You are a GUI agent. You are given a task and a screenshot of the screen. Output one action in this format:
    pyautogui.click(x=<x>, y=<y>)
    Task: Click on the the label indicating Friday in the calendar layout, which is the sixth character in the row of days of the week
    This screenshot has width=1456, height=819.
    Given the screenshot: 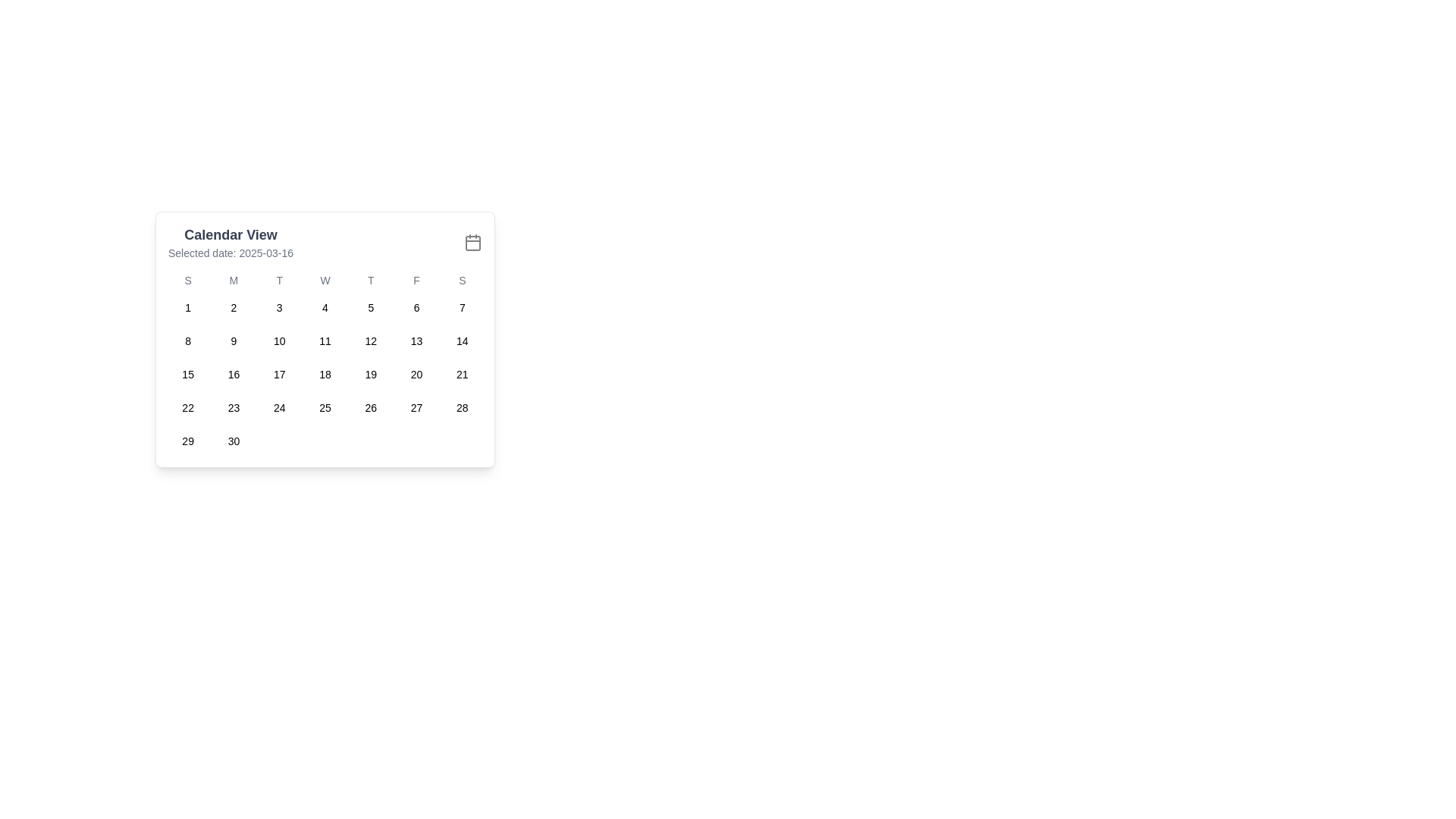 What is the action you would take?
    pyautogui.click(x=416, y=281)
    